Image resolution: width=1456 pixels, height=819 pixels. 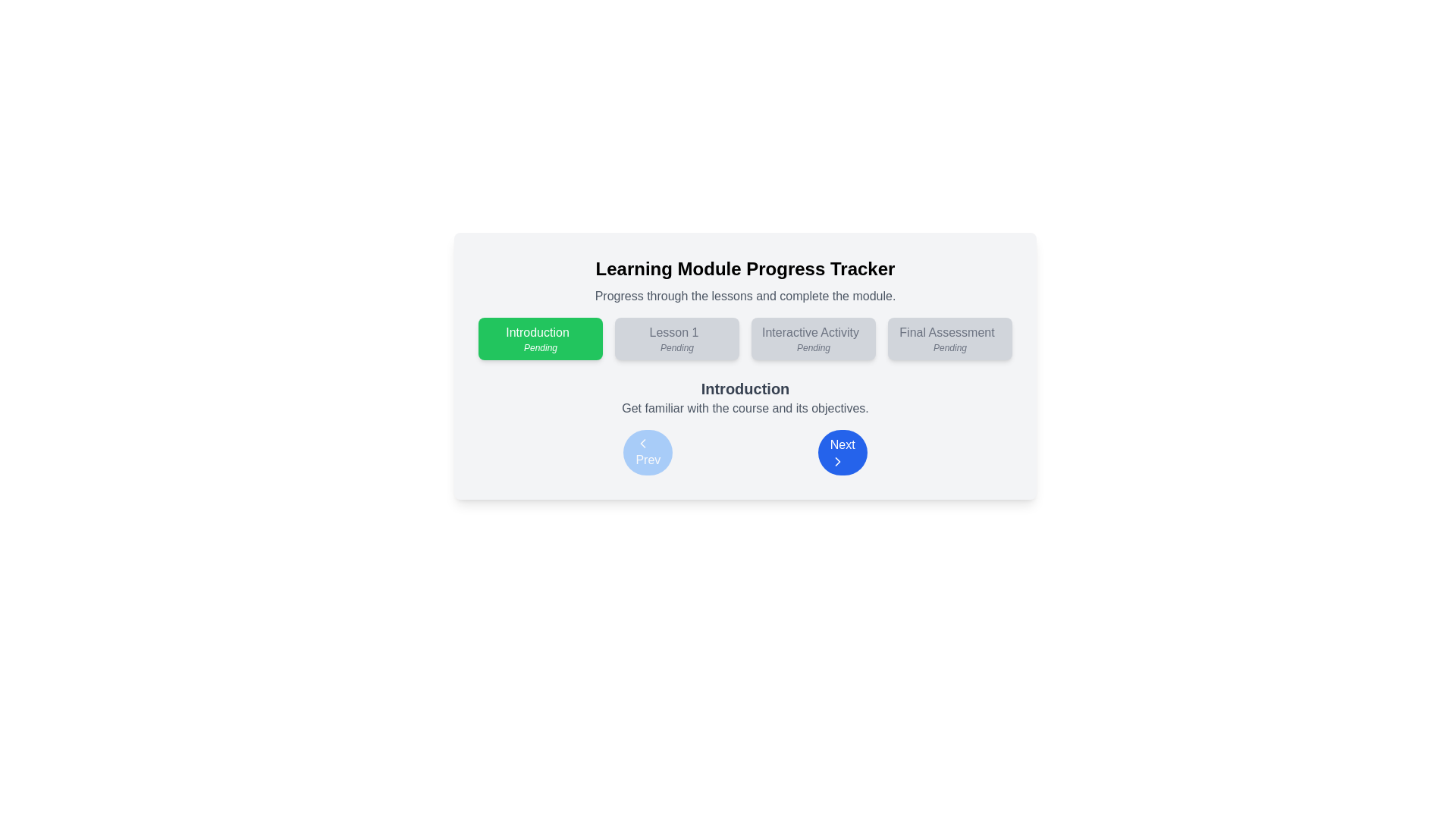 What do you see at coordinates (676, 338) in the screenshot?
I see `the 'Lesson 1' button` at bounding box center [676, 338].